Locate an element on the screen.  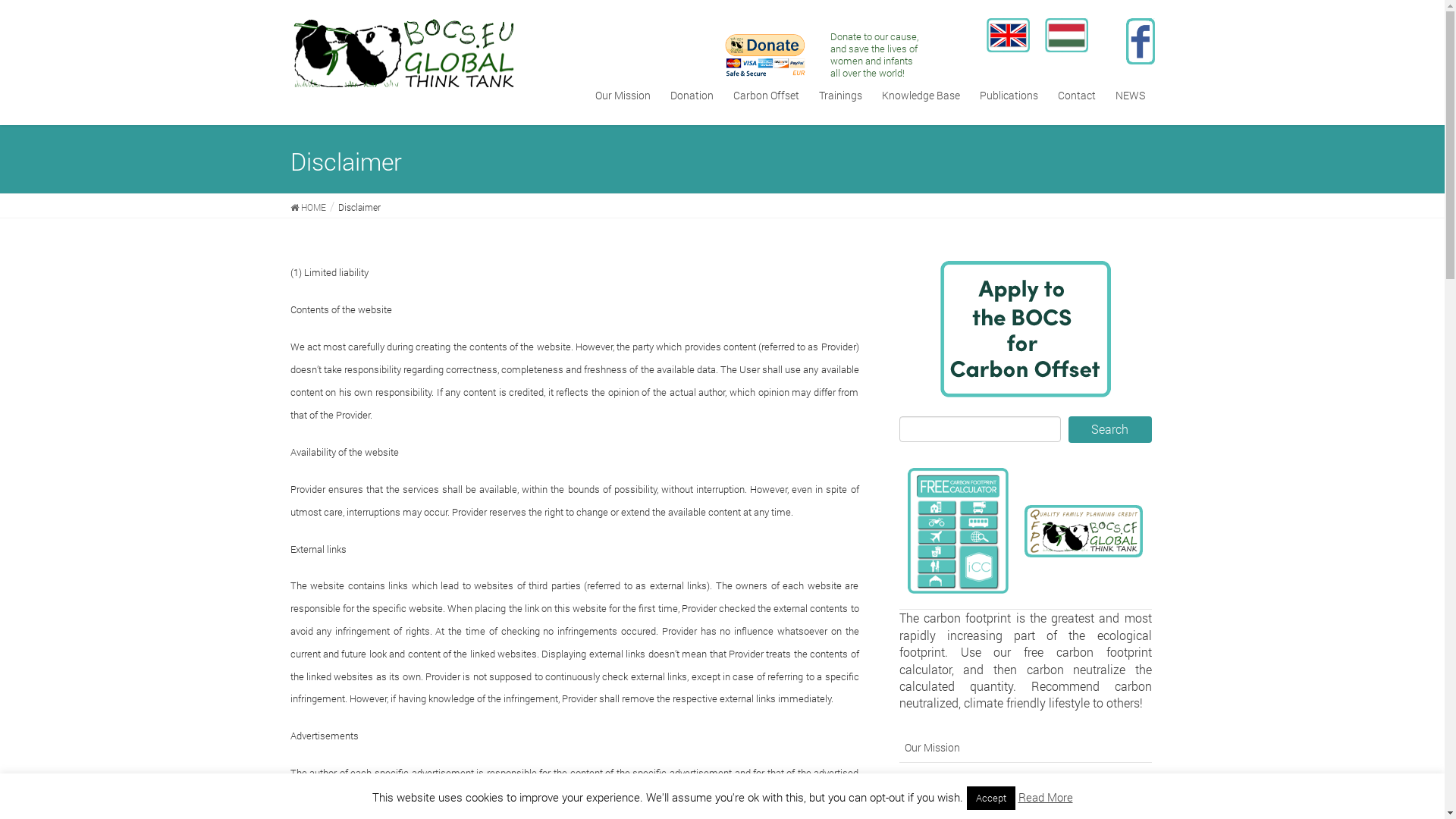
'Accept' is located at coordinates (990, 797).